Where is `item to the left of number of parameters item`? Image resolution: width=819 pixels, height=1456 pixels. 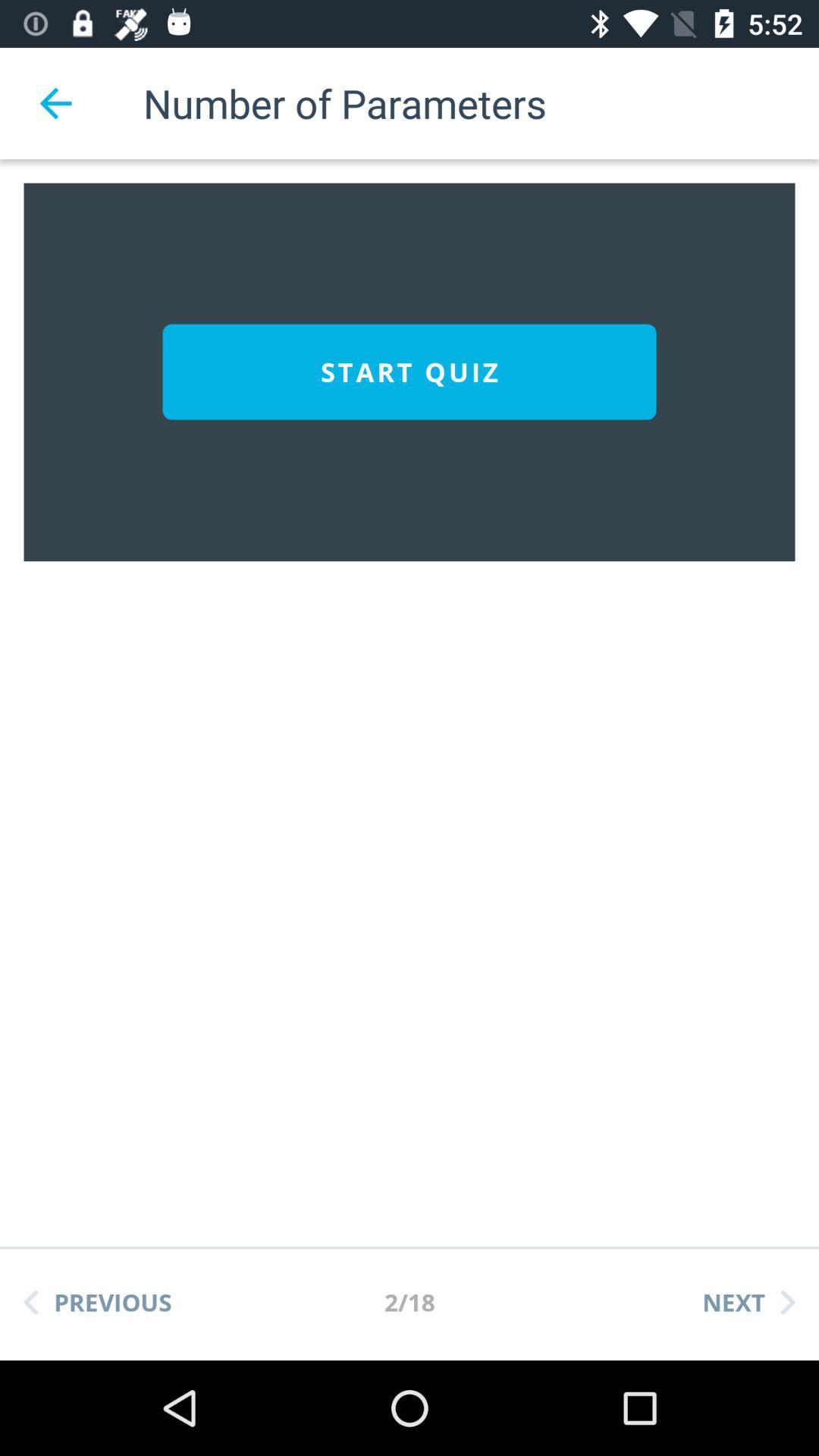 item to the left of number of parameters item is located at coordinates (55, 102).